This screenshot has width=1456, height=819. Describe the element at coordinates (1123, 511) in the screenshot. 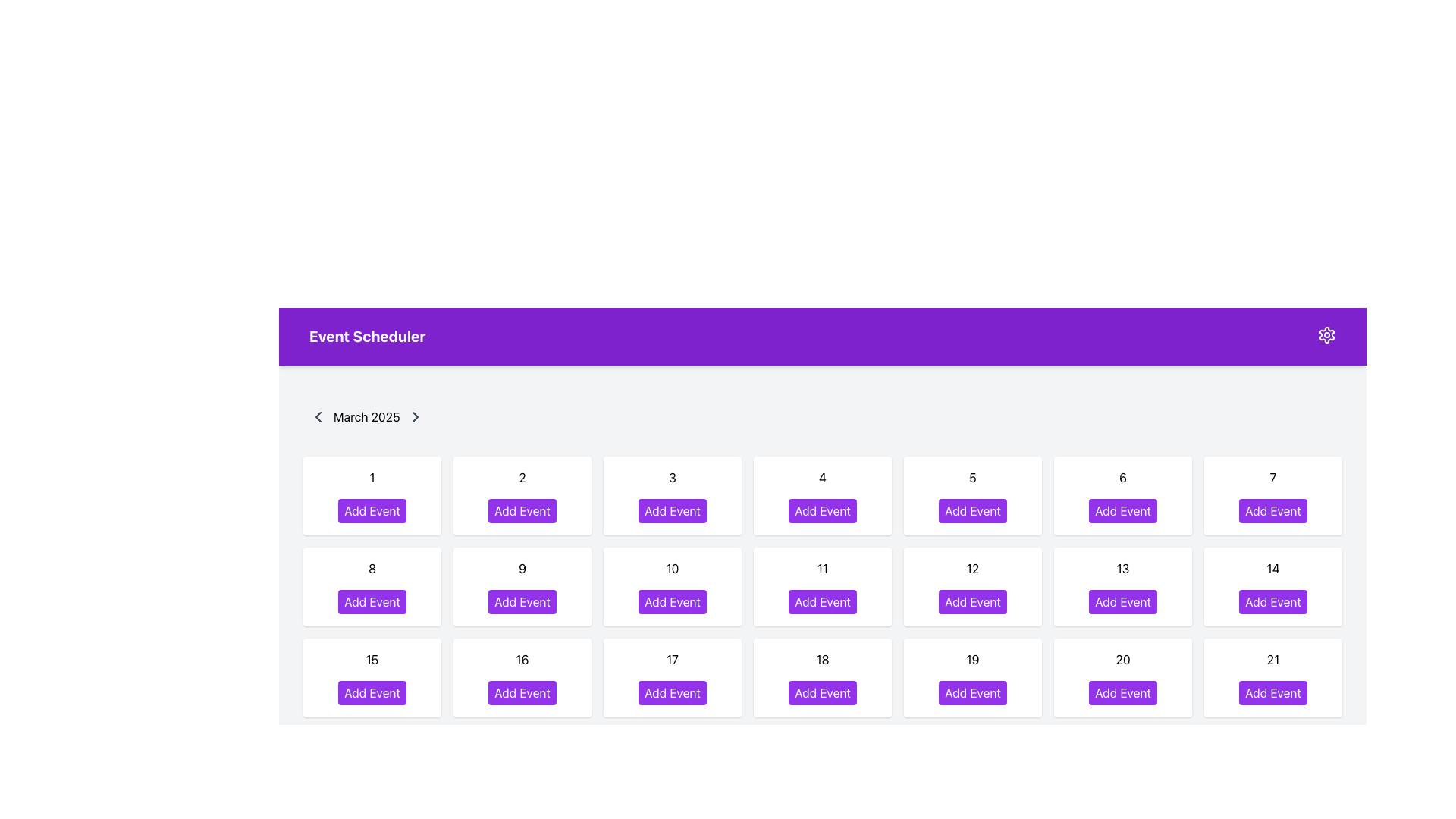

I see `keyboard navigation` at that location.